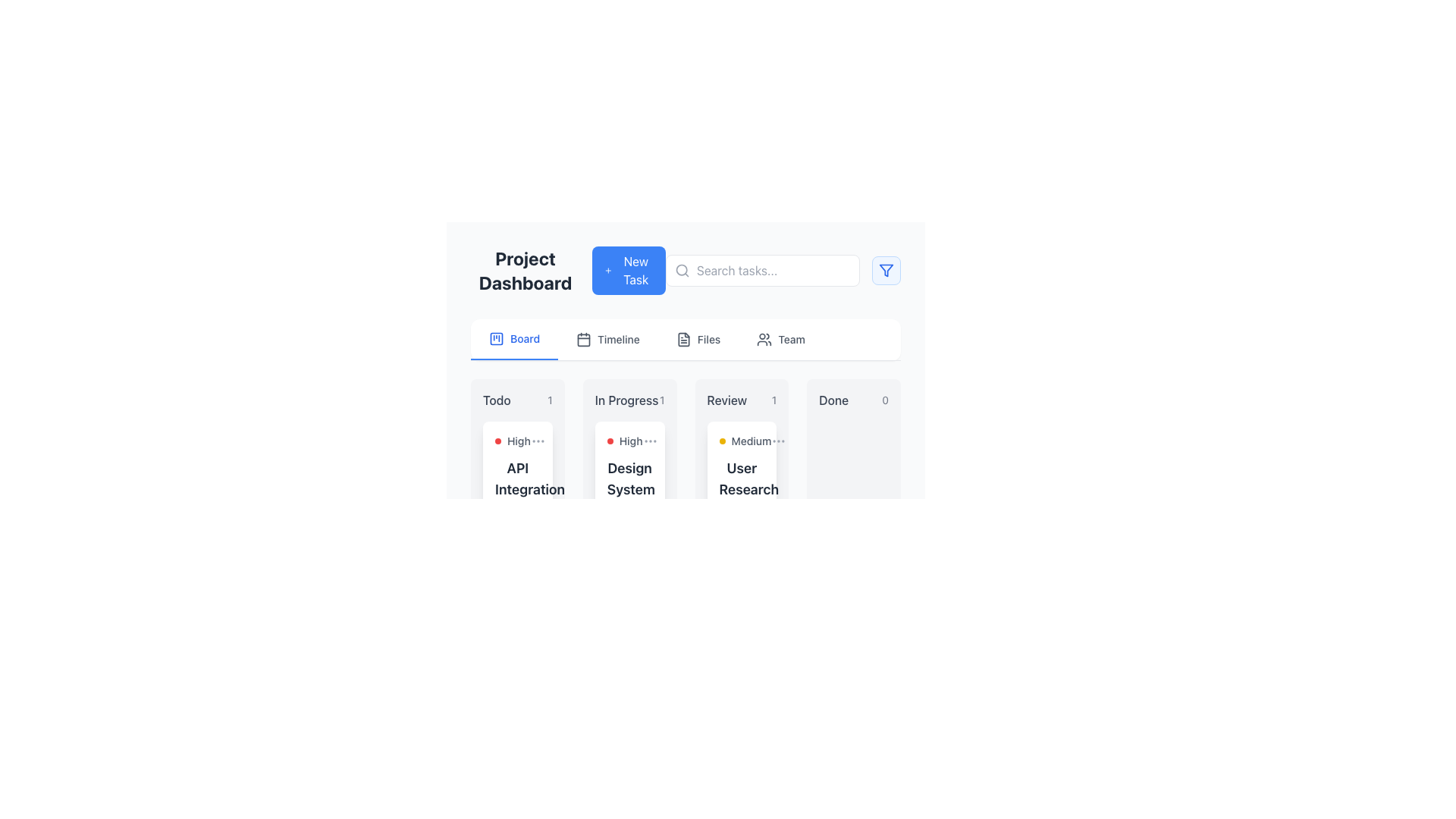 The image size is (1456, 819). What do you see at coordinates (626, 400) in the screenshot?
I see `the content of the text label reading 'In Progress' located in the second column of the project management interface` at bounding box center [626, 400].